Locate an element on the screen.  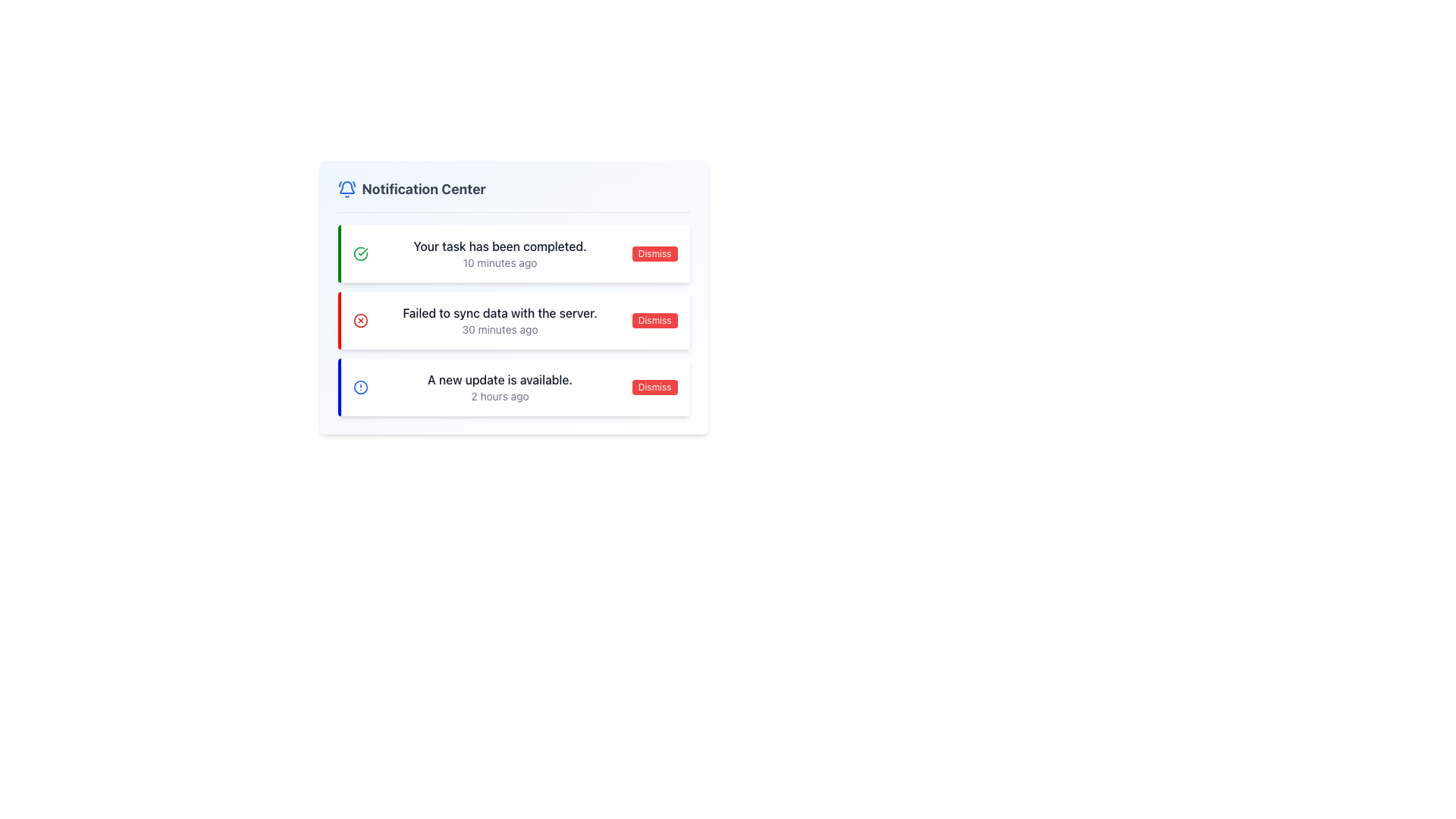
bold message and timestamp in the third notification block under the 'Notification Center' header is located at coordinates (513, 386).